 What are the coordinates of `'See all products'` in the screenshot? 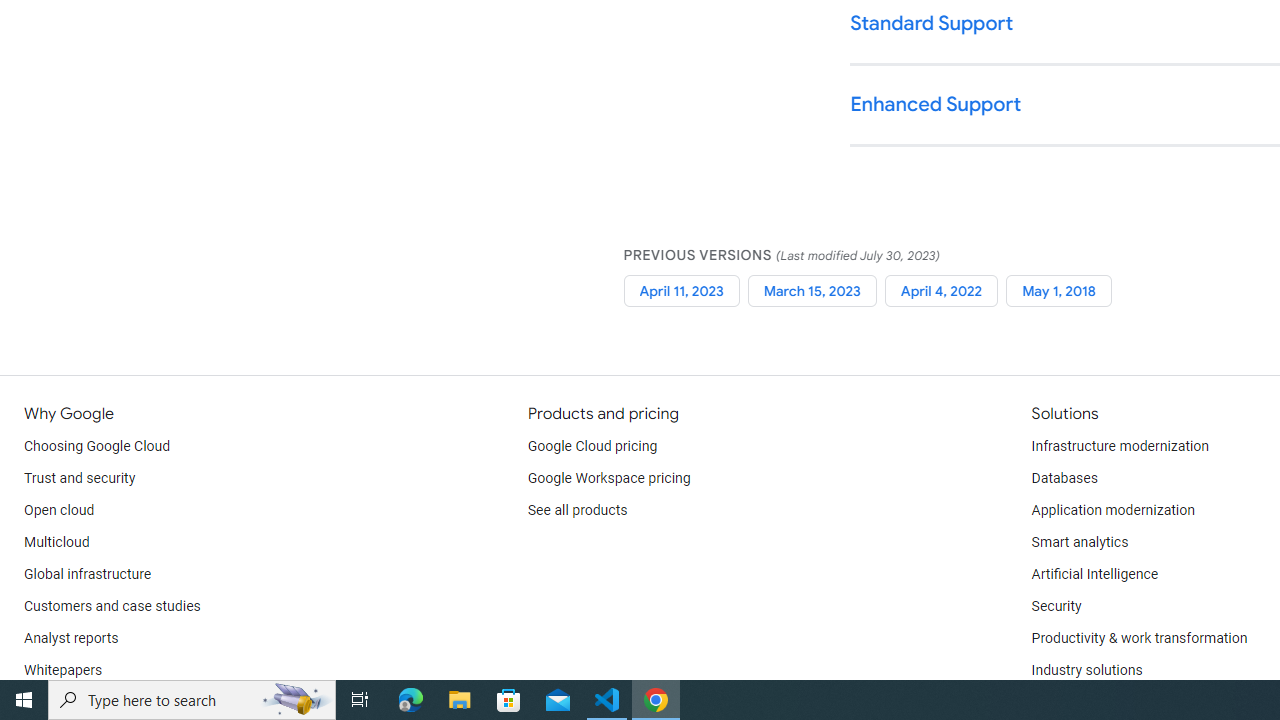 It's located at (576, 510).